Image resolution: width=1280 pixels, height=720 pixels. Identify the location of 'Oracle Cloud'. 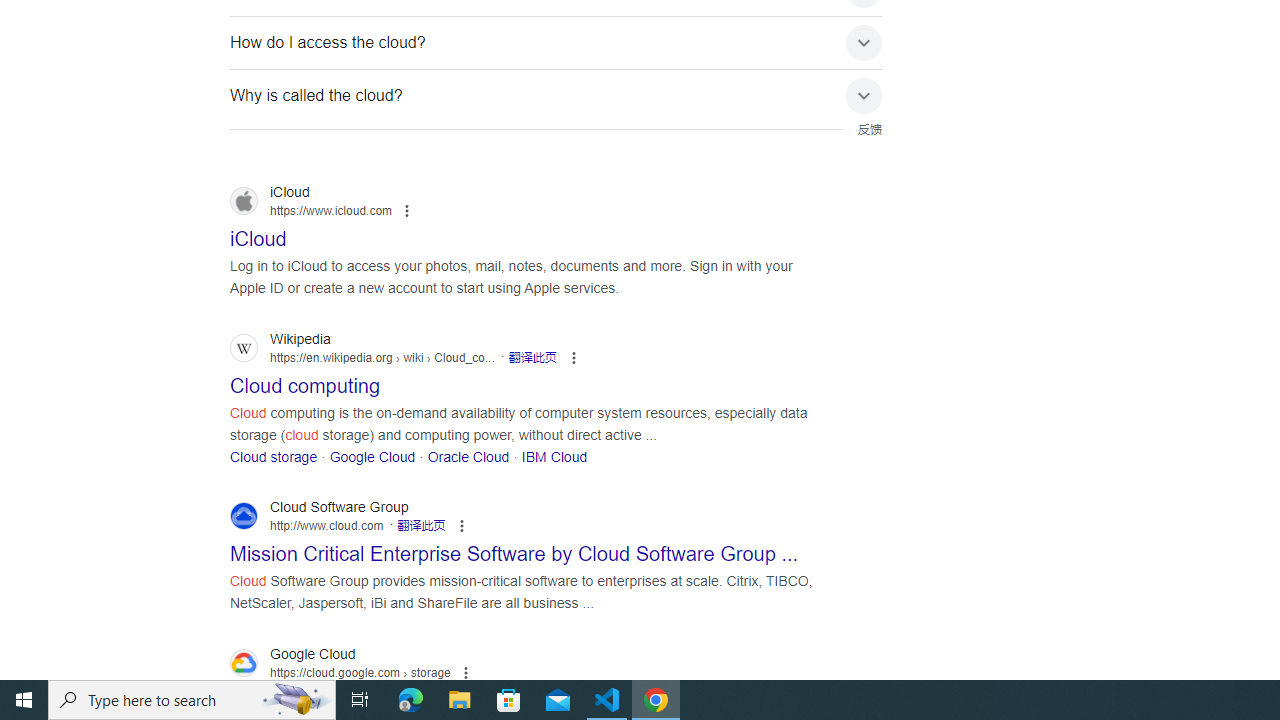
(467, 456).